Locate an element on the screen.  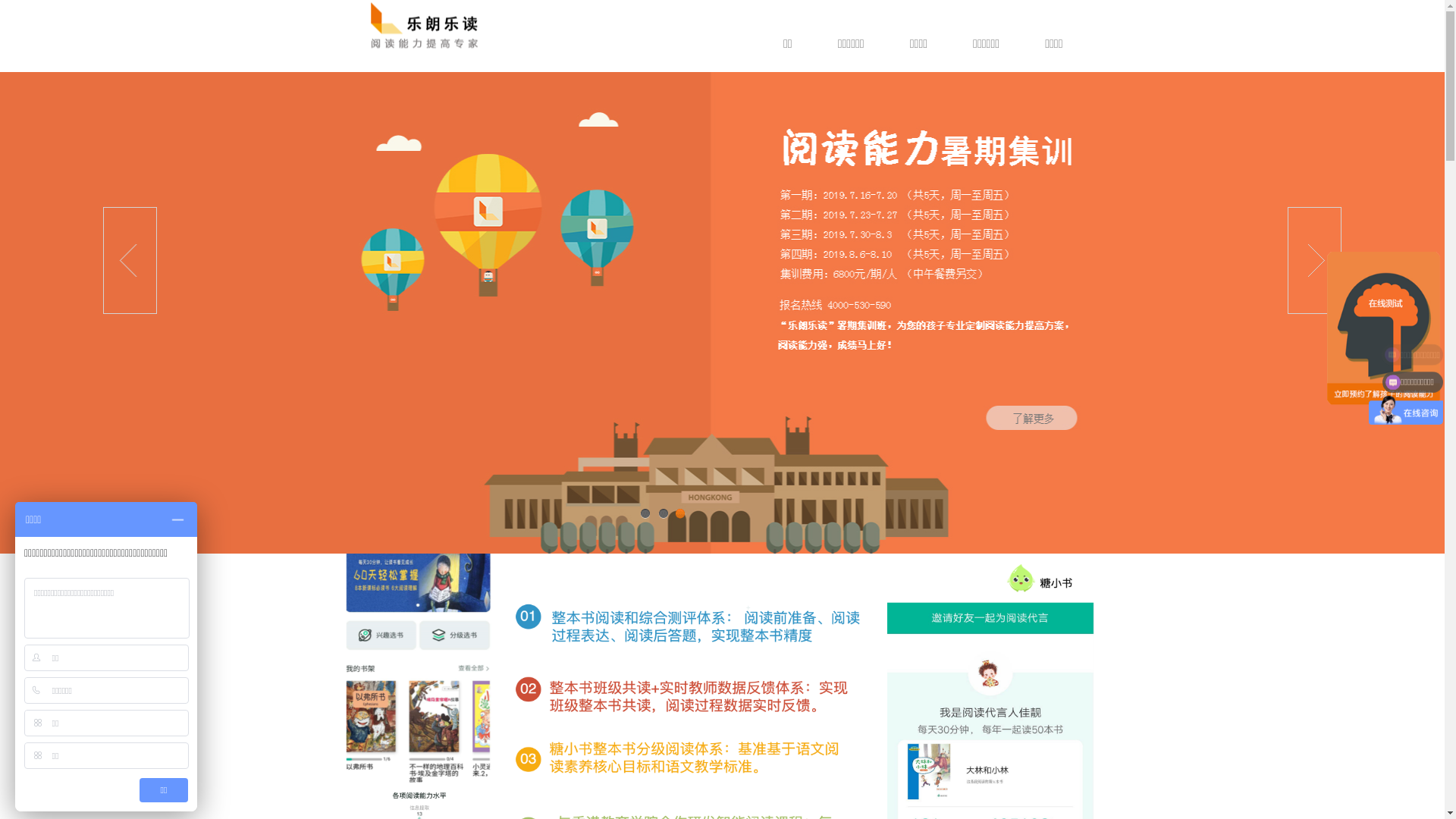
'3' is located at coordinates (679, 513).